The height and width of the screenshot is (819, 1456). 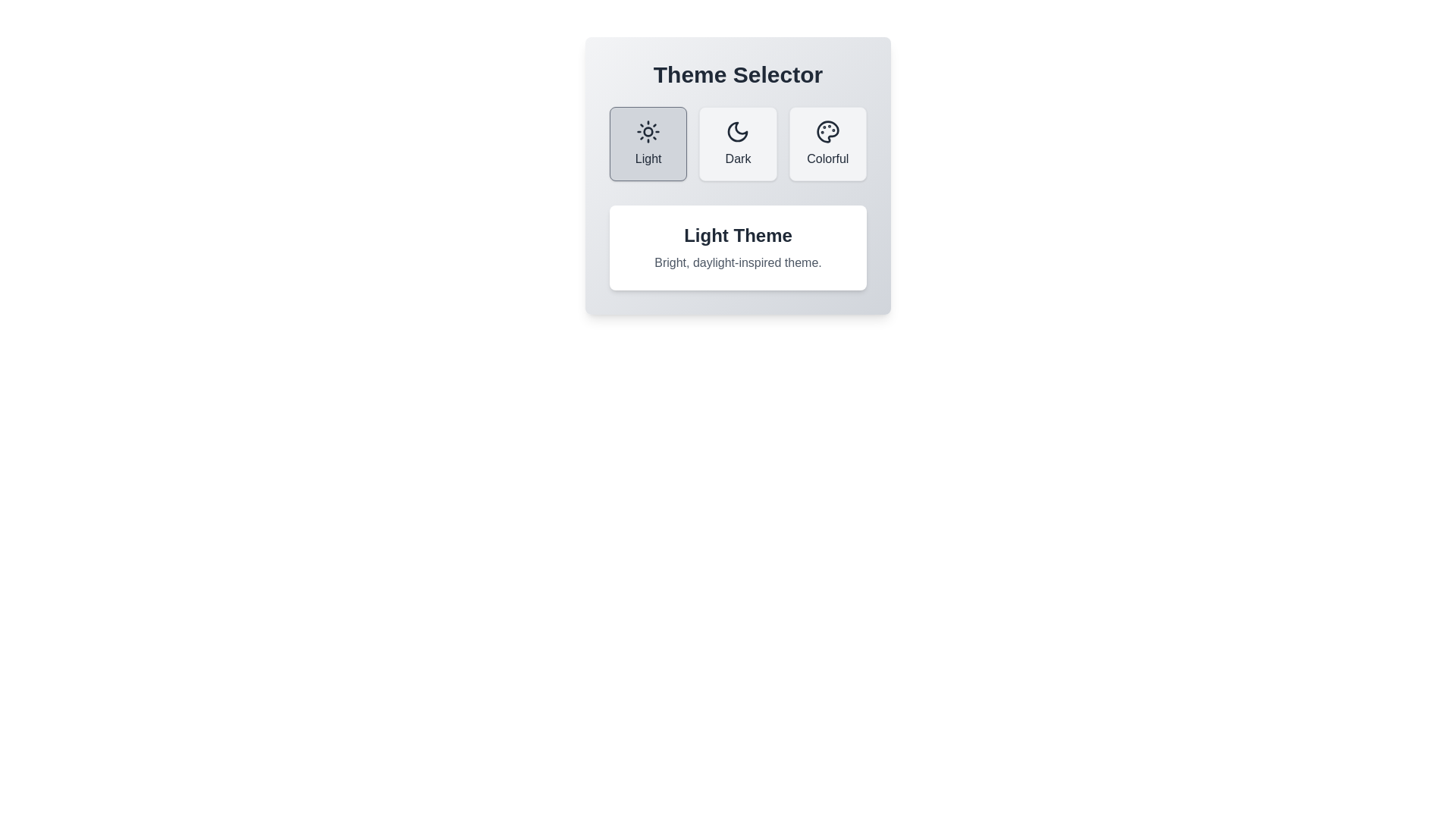 What do you see at coordinates (738, 158) in the screenshot?
I see `the label that indicates the button for selecting the dark theme, positioned centrally within the button group labeled 'Dark' in the 'Theme Selector' interface` at bounding box center [738, 158].